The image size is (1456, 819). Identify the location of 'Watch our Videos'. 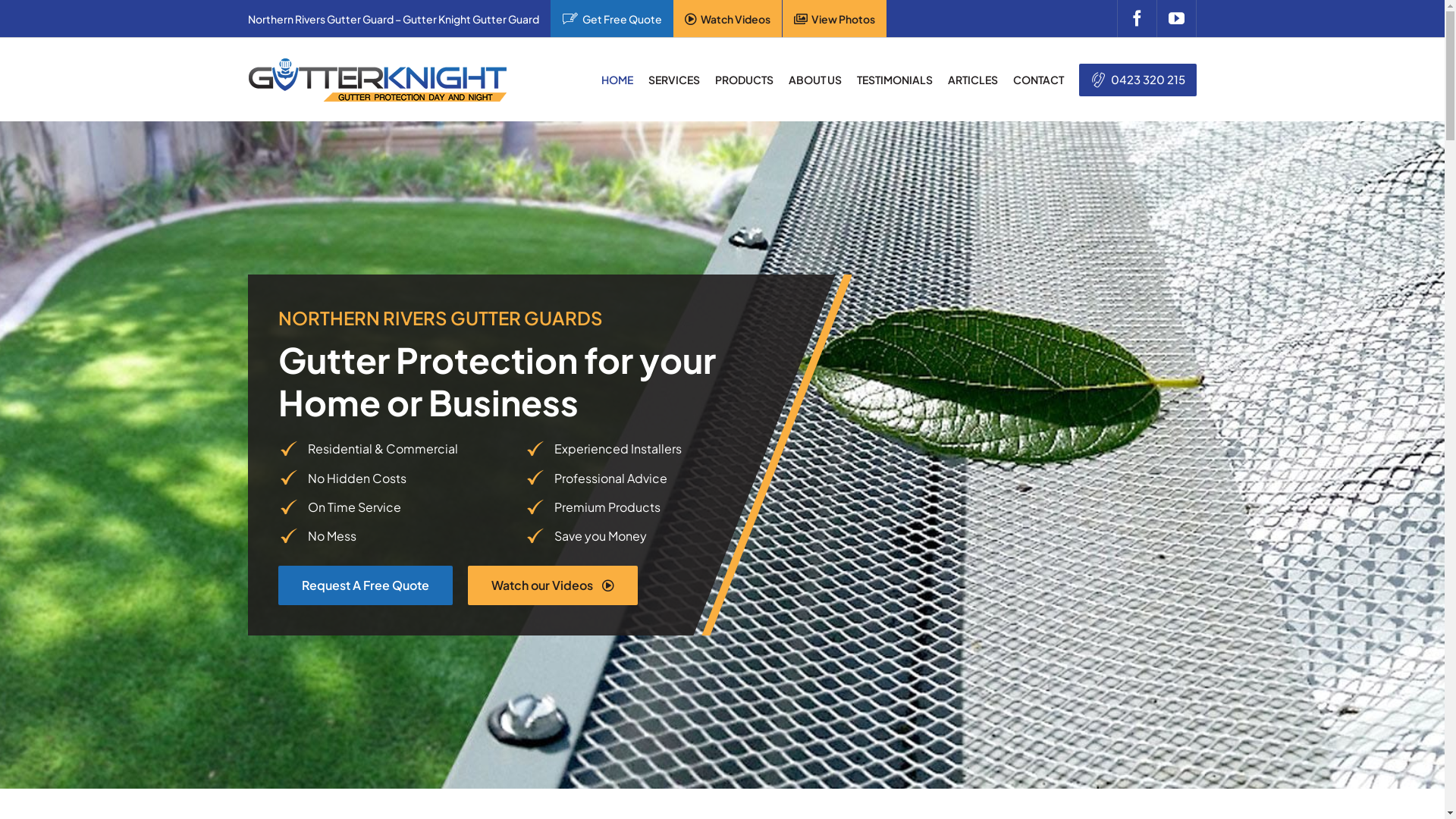
(551, 584).